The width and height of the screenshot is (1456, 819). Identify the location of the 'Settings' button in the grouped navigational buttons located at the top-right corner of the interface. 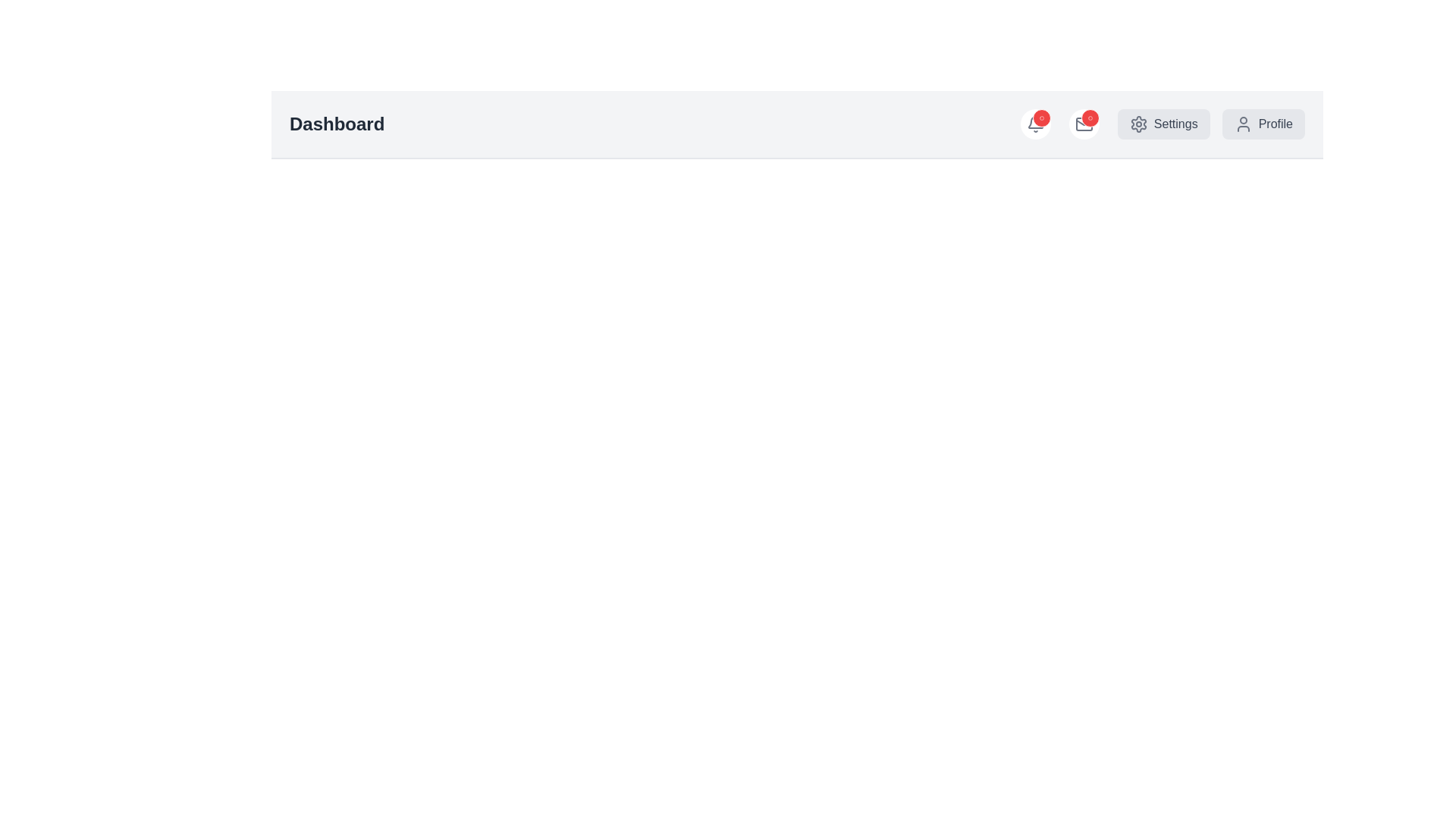
(1210, 124).